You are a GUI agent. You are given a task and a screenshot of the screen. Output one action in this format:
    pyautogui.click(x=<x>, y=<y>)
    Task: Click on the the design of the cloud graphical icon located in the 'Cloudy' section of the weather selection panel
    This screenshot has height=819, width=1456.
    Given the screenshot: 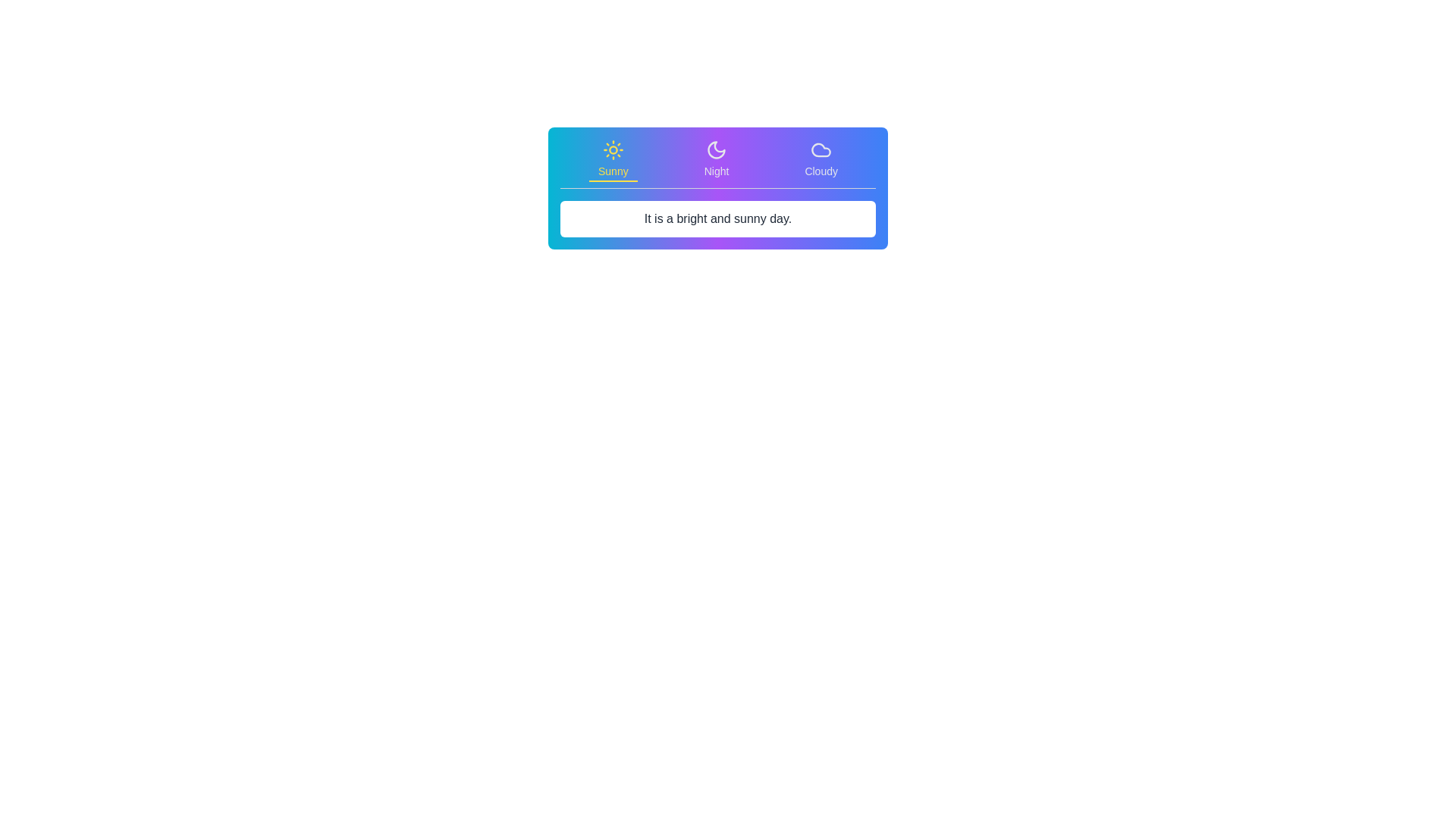 What is the action you would take?
    pyautogui.click(x=821, y=149)
    